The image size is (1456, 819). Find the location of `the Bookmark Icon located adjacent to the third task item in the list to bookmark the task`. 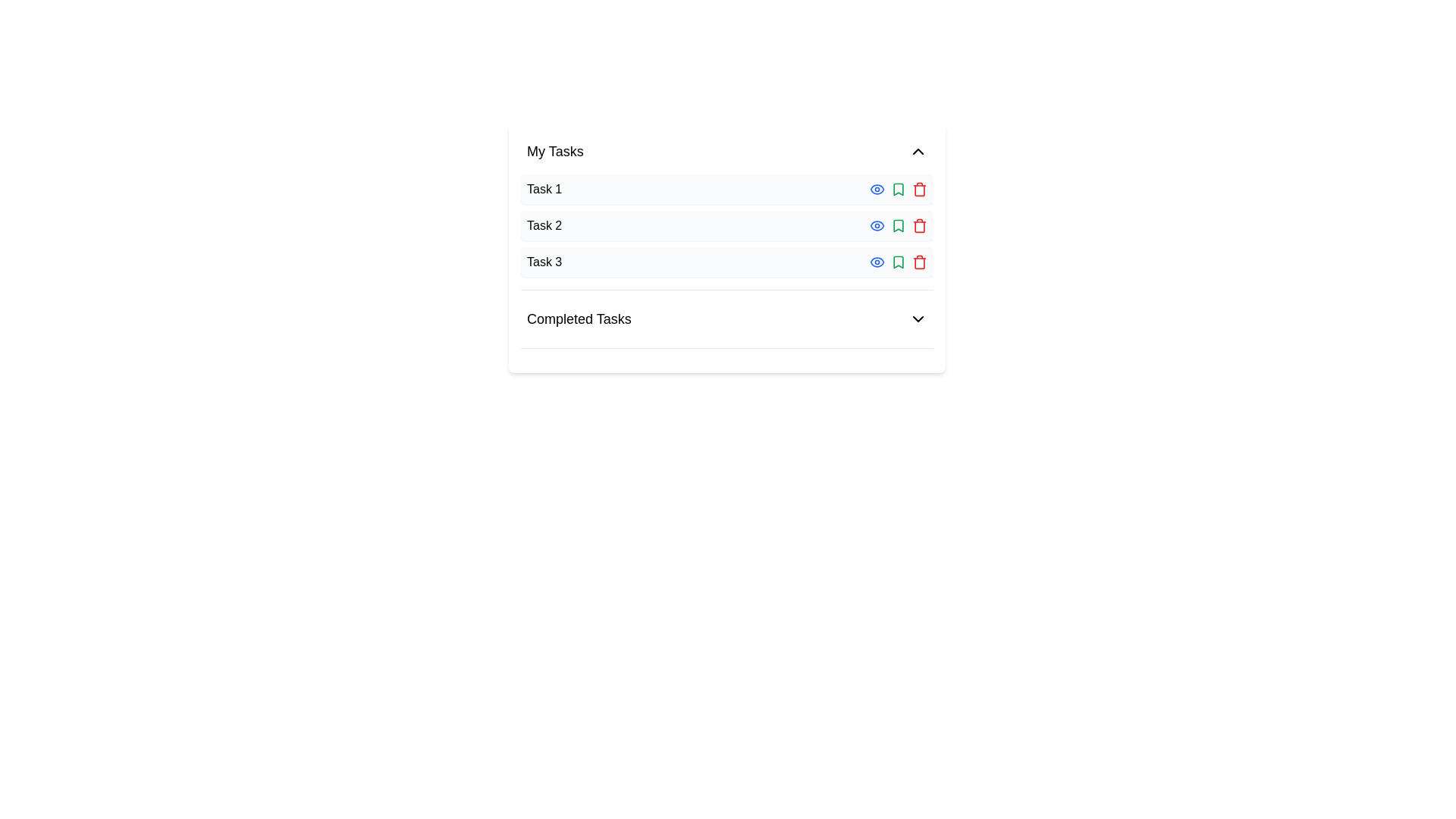

the Bookmark Icon located adjacent to the third task item in the list to bookmark the task is located at coordinates (899, 189).